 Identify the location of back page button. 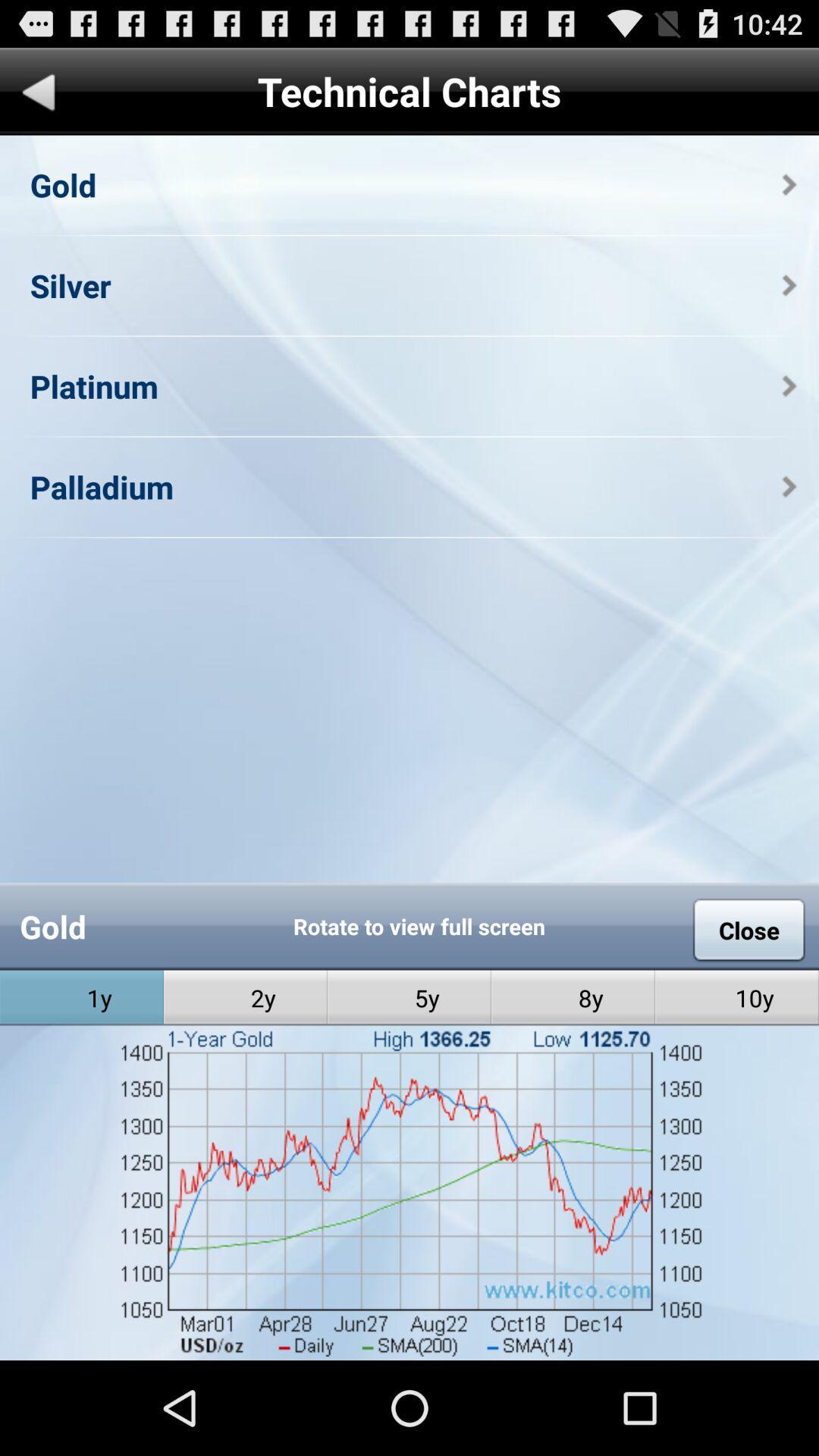
(38, 94).